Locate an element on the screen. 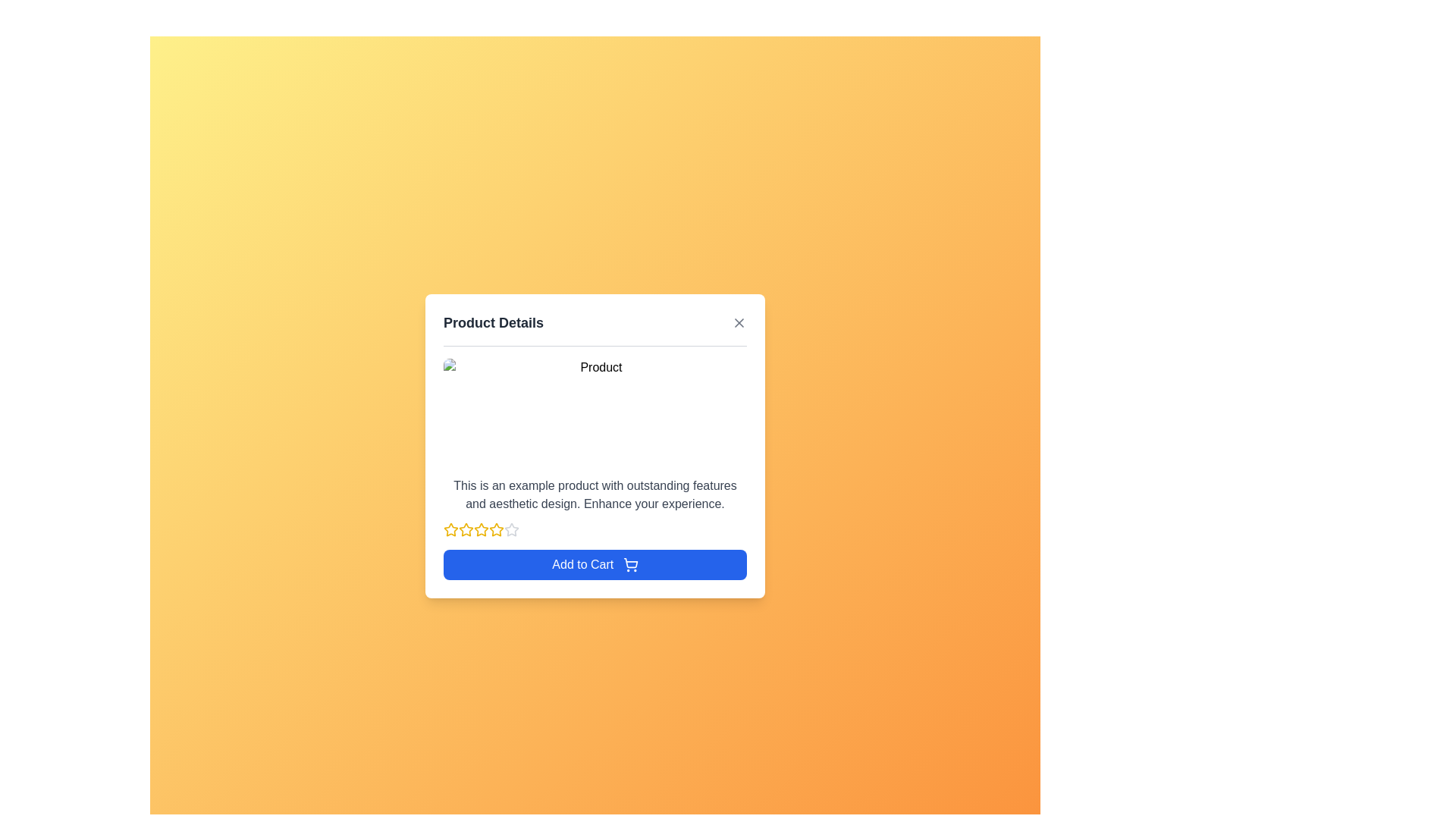 This screenshot has width=1456, height=819. the shopping cart icon, which is a simplistic line art design located next to the 'Add to Cart' button, centered horizontally in a modal dialog is located at coordinates (630, 565).